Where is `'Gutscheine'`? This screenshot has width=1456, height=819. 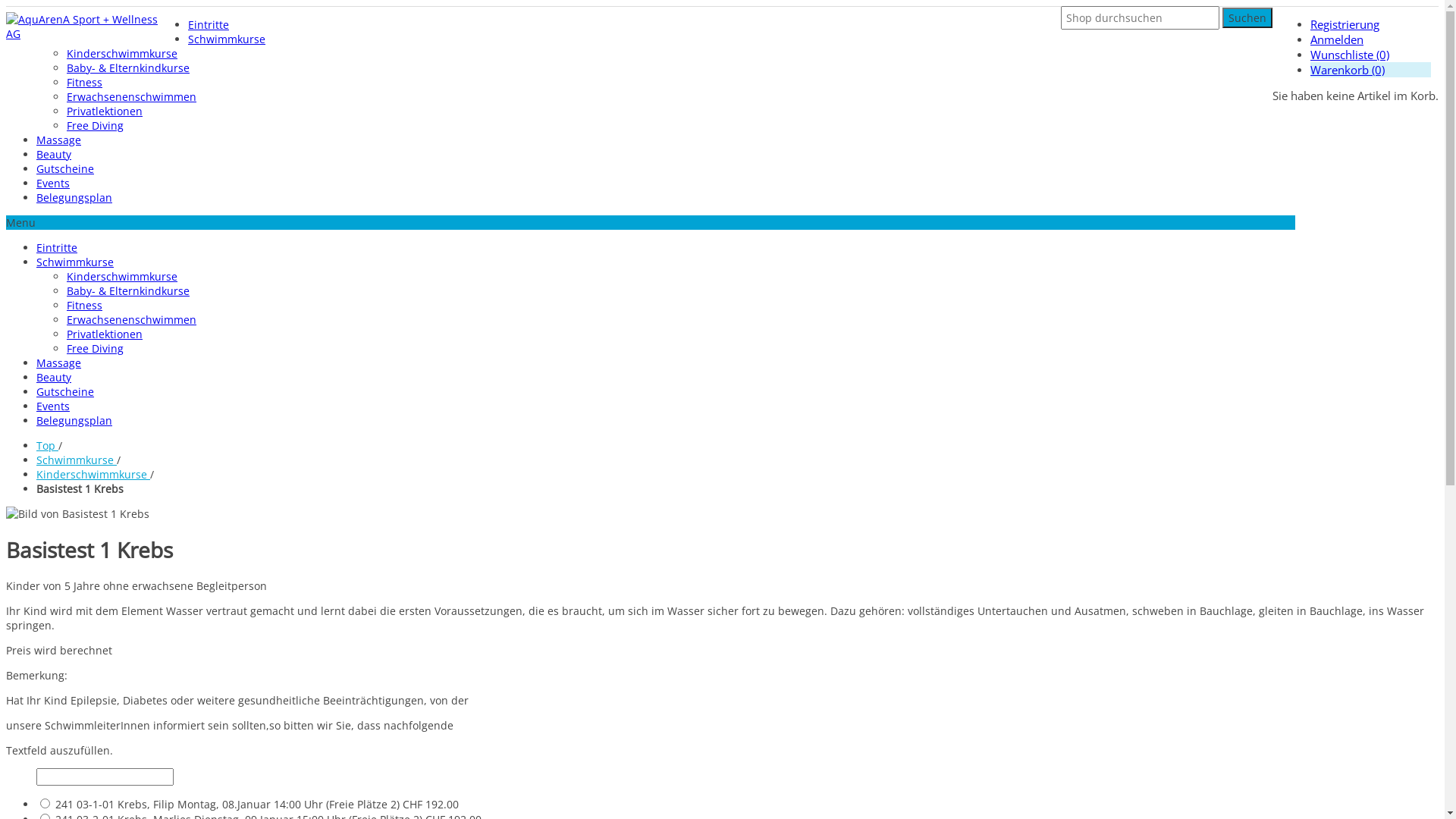 'Gutscheine' is located at coordinates (64, 391).